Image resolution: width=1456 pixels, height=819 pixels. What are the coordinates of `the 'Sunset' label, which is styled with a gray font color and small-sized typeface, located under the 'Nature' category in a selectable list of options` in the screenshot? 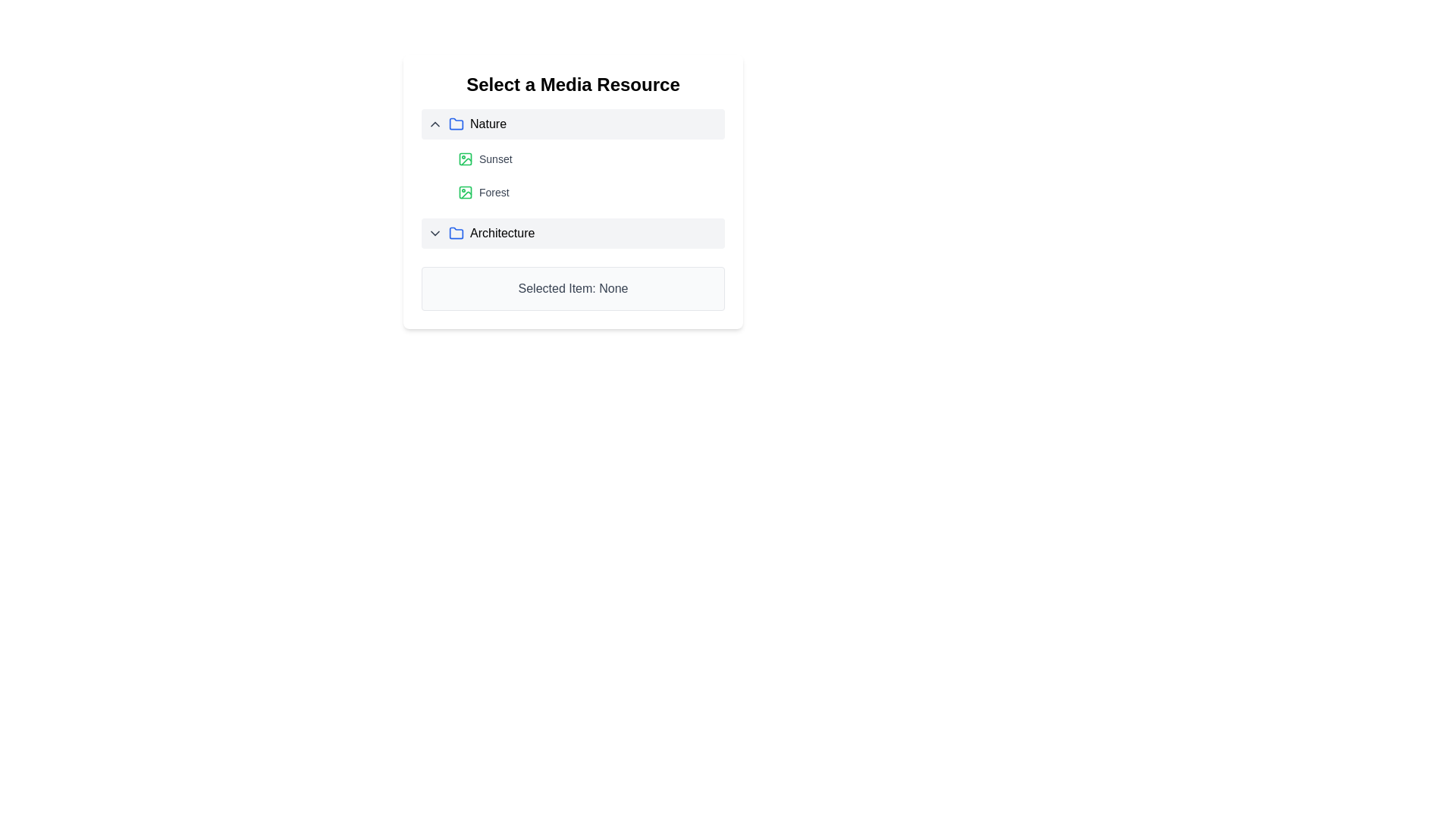 It's located at (495, 158).